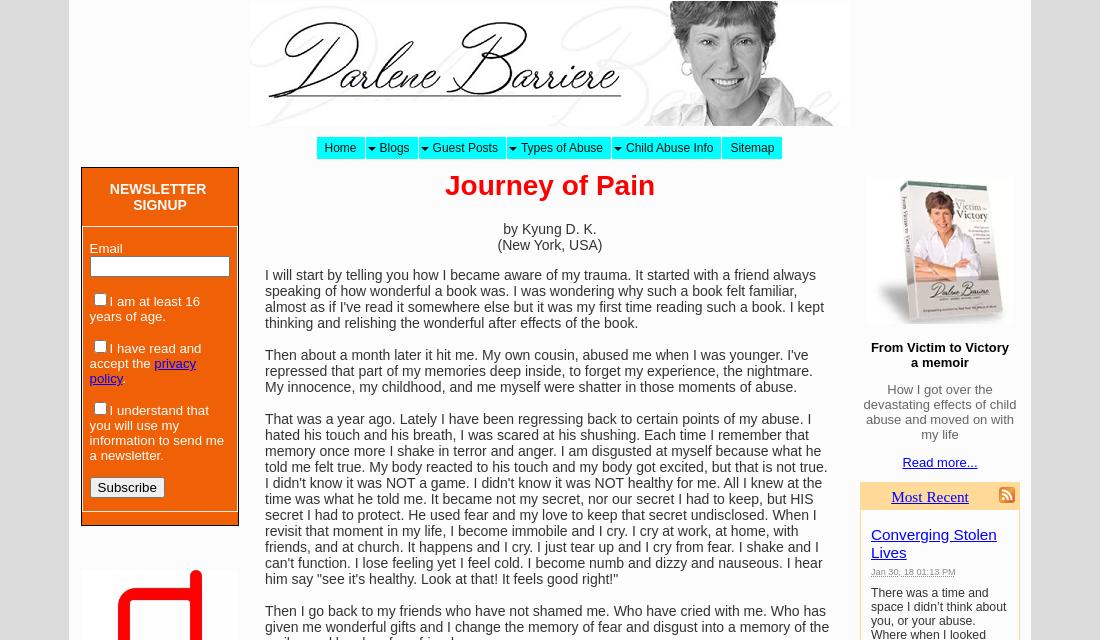  What do you see at coordinates (750, 147) in the screenshot?
I see `'Sitemap'` at bounding box center [750, 147].